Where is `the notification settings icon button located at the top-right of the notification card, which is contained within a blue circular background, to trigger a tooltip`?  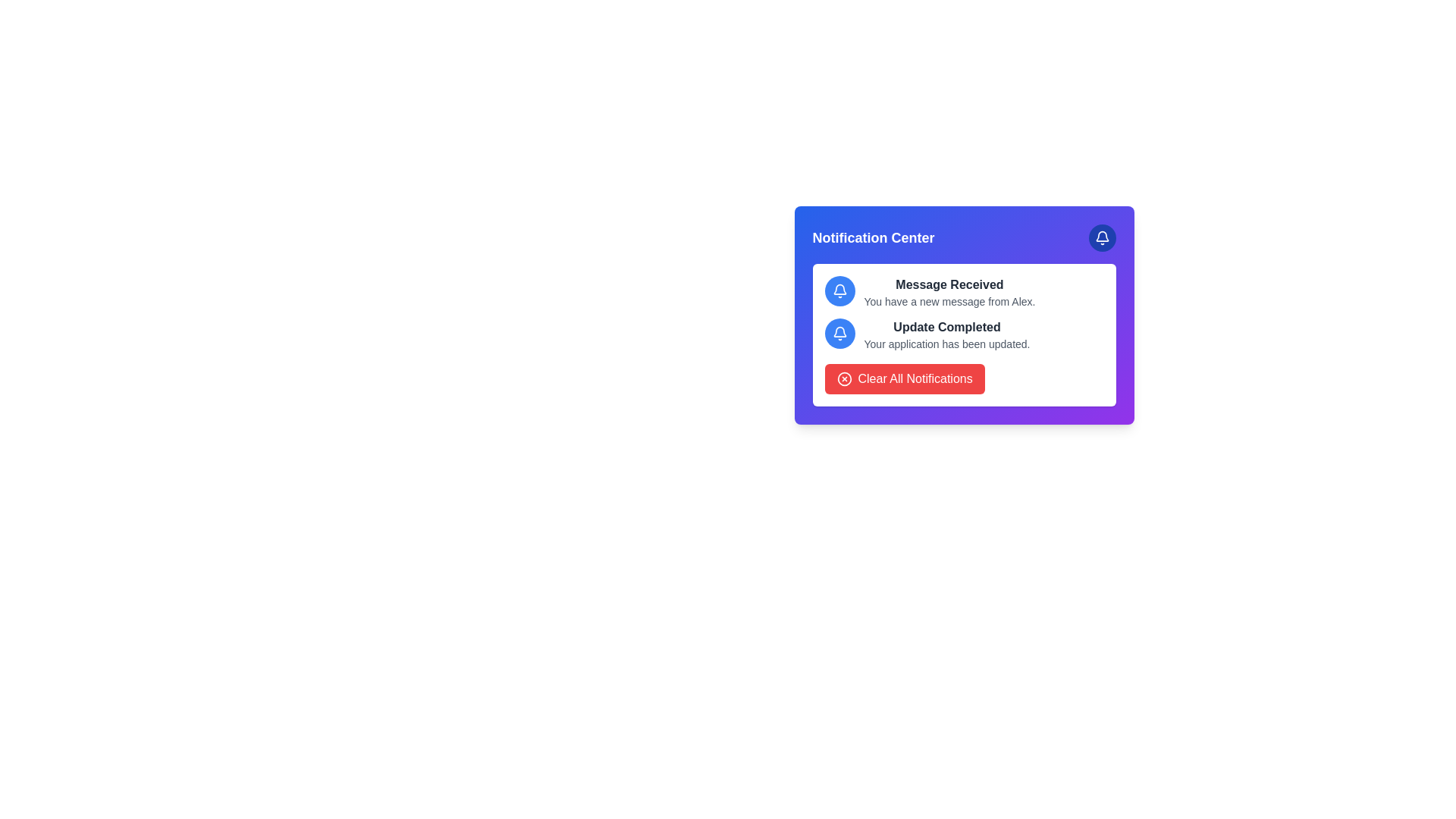 the notification settings icon button located at the top-right of the notification card, which is contained within a blue circular background, to trigger a tooltip is located at coordinates (1102, 237).